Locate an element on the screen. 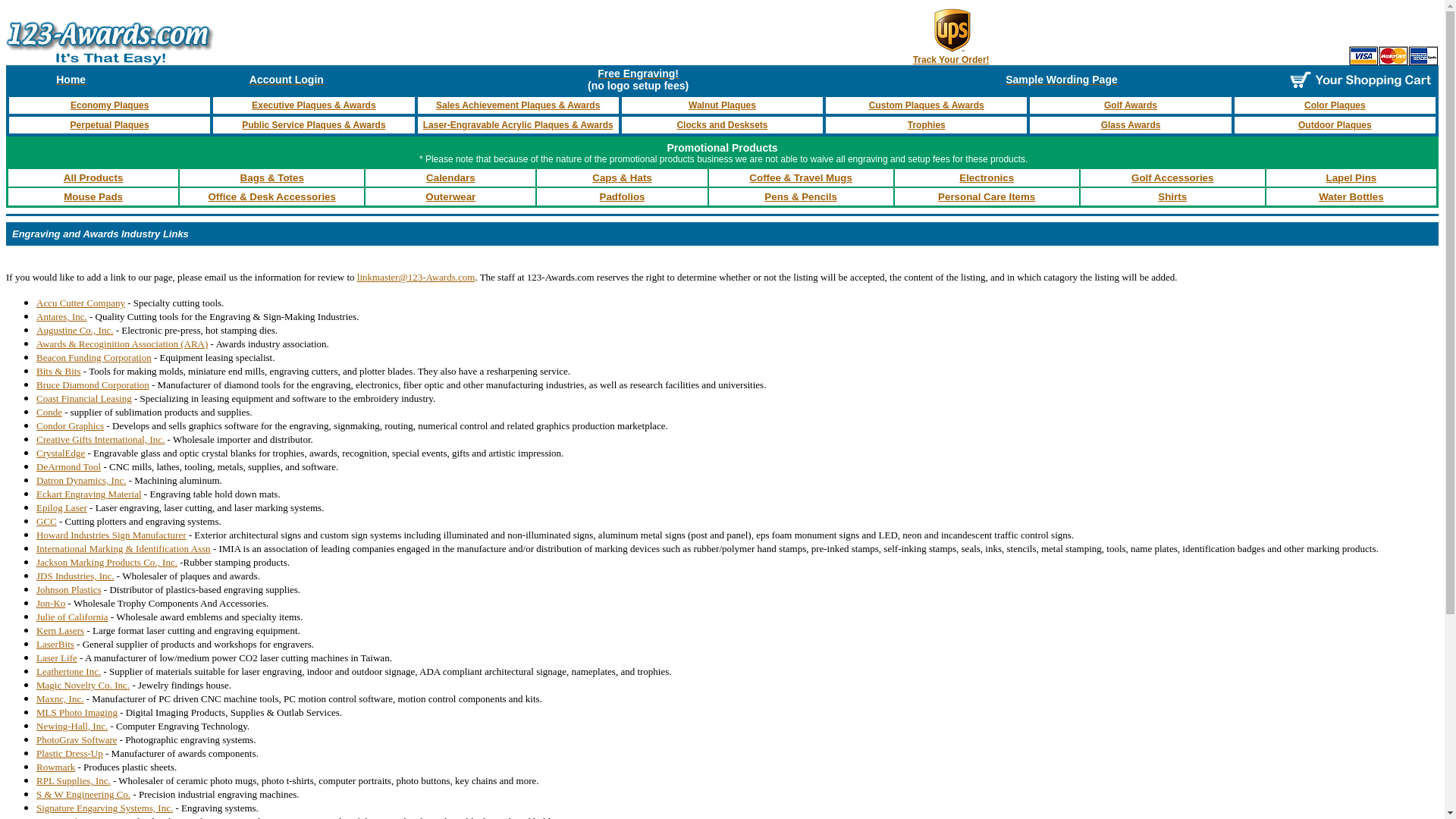  'Laser-Engravable Acrylic Plaques & Awards' is located at coordinates (518, 124).